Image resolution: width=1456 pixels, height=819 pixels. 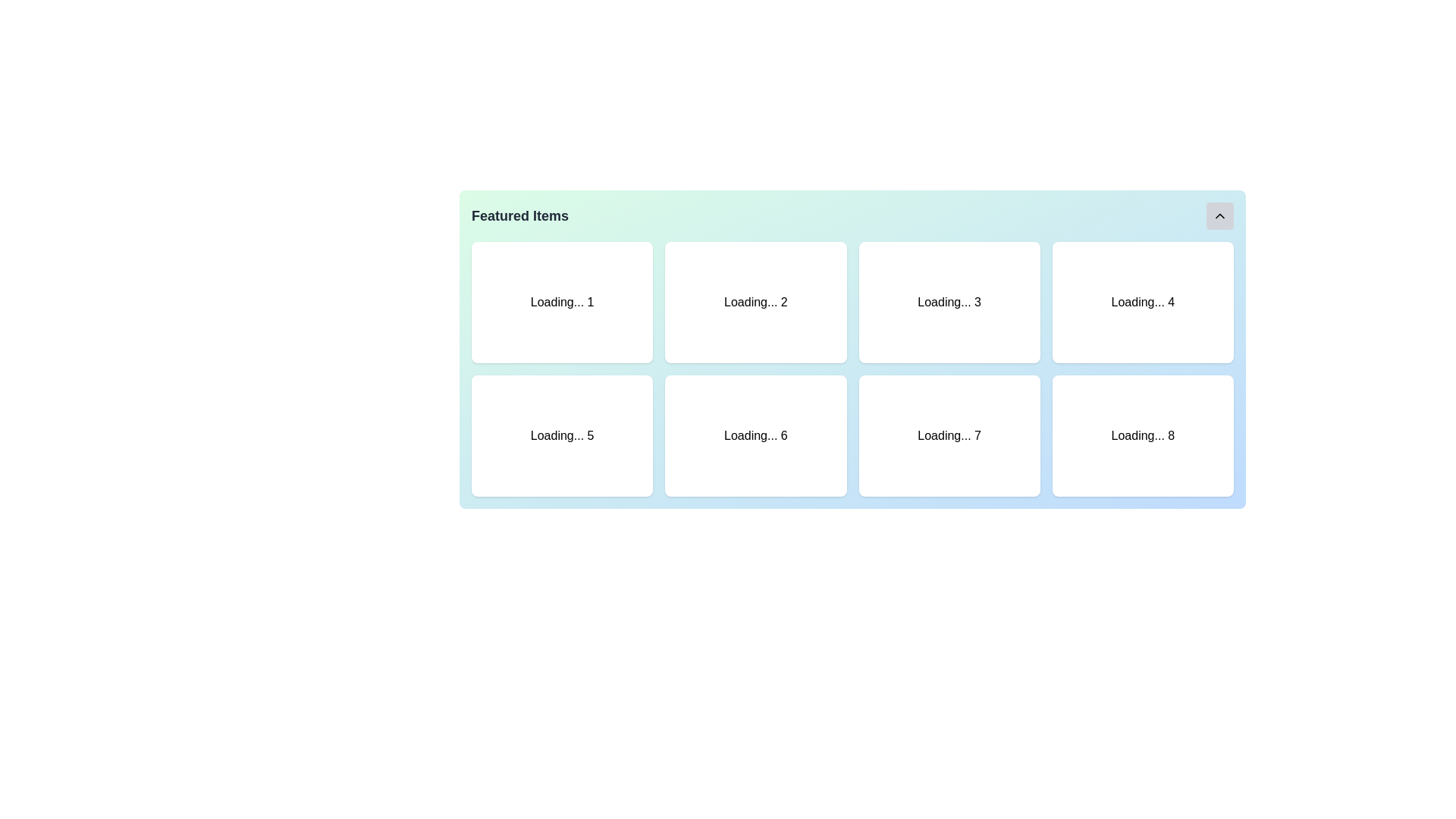 I want to click on the static text card indicating the loading status, located in the second row, first column of the grid layout, so click(x=561, y=435).